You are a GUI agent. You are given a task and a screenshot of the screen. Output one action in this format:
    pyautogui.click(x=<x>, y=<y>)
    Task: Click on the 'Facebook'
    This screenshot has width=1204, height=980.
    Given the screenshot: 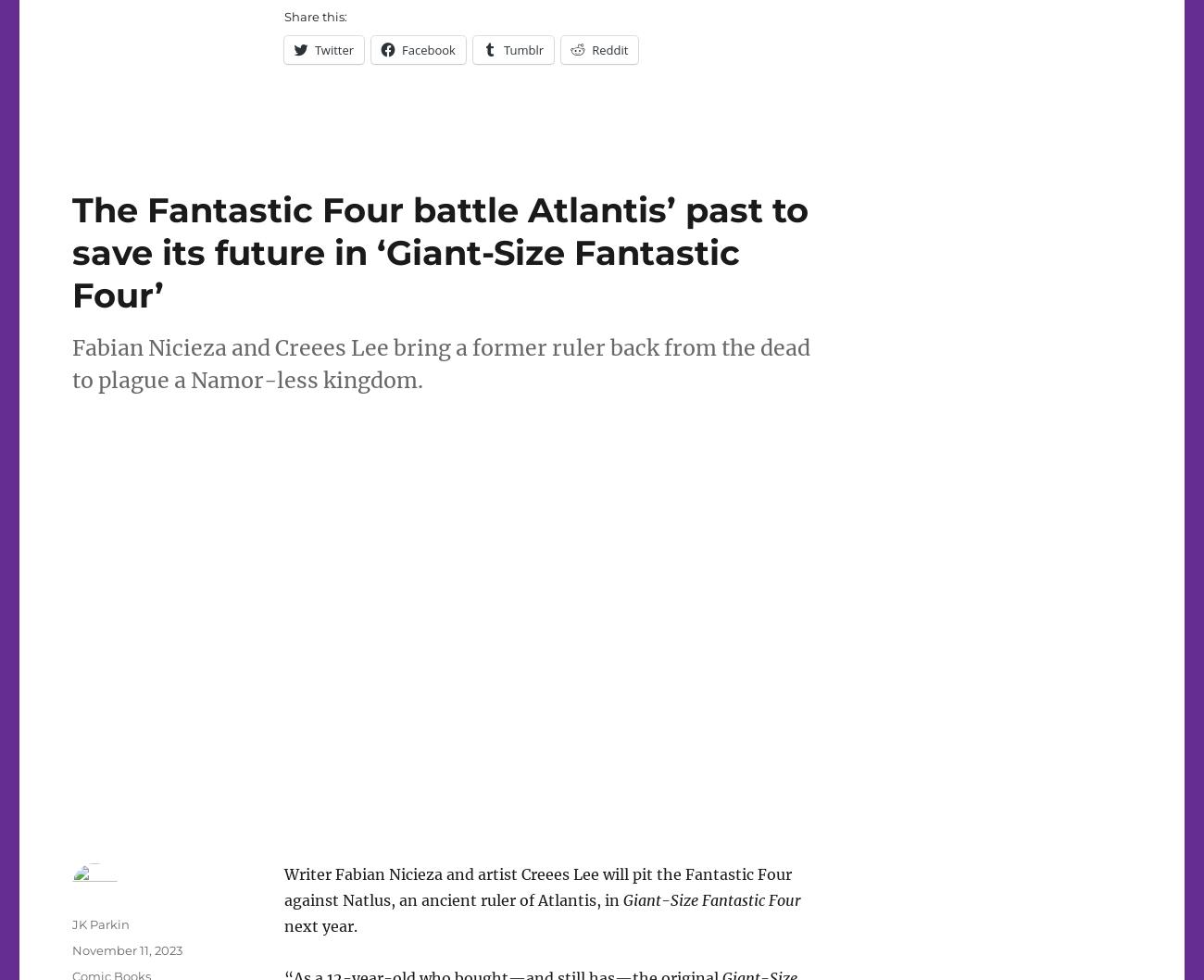 What is the action you would take?
    pyautogui.click(x=427, y=49)
    